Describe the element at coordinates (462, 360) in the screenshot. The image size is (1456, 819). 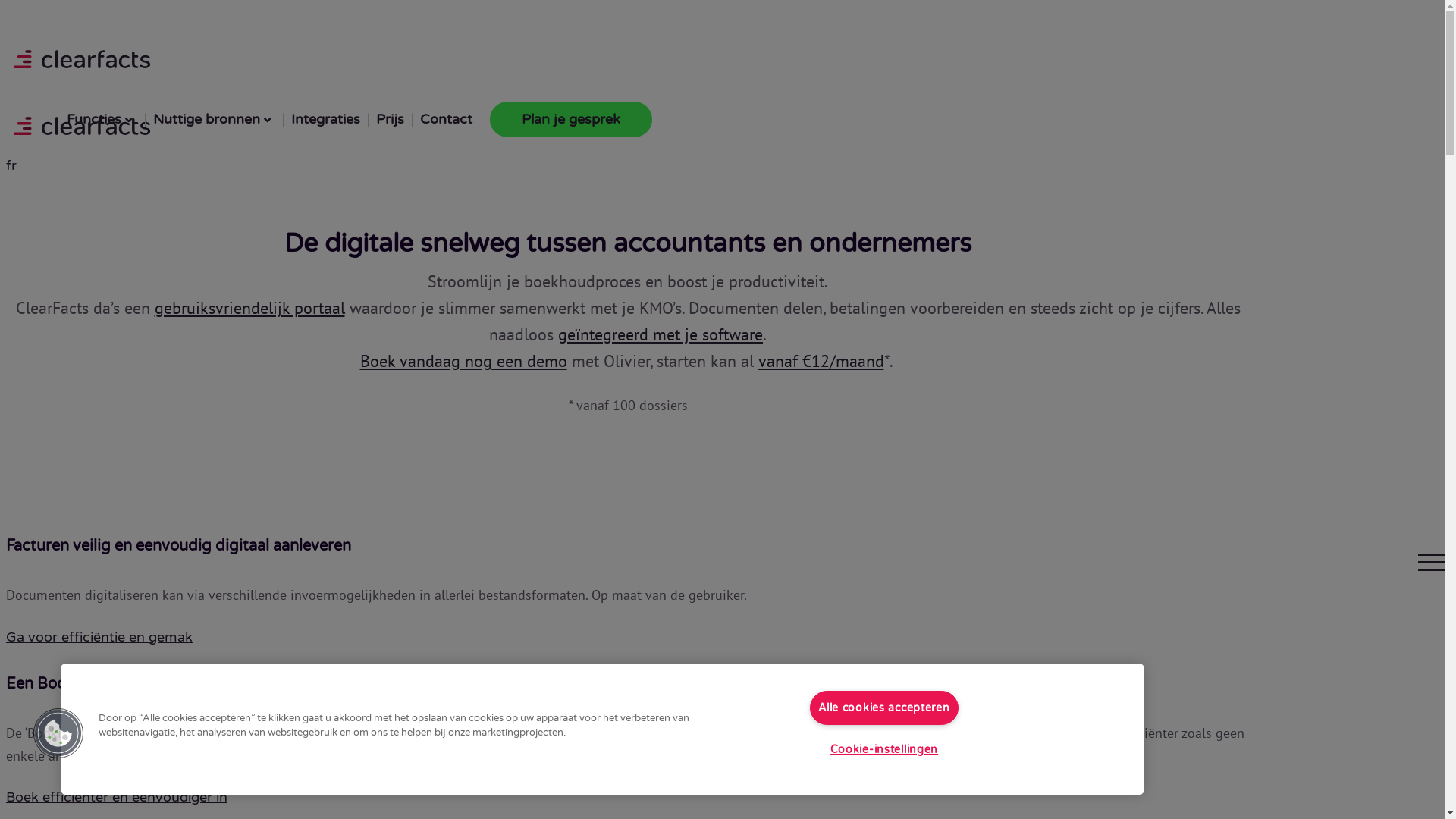
I see `'Boek vandaag nog een demo'` at that location.